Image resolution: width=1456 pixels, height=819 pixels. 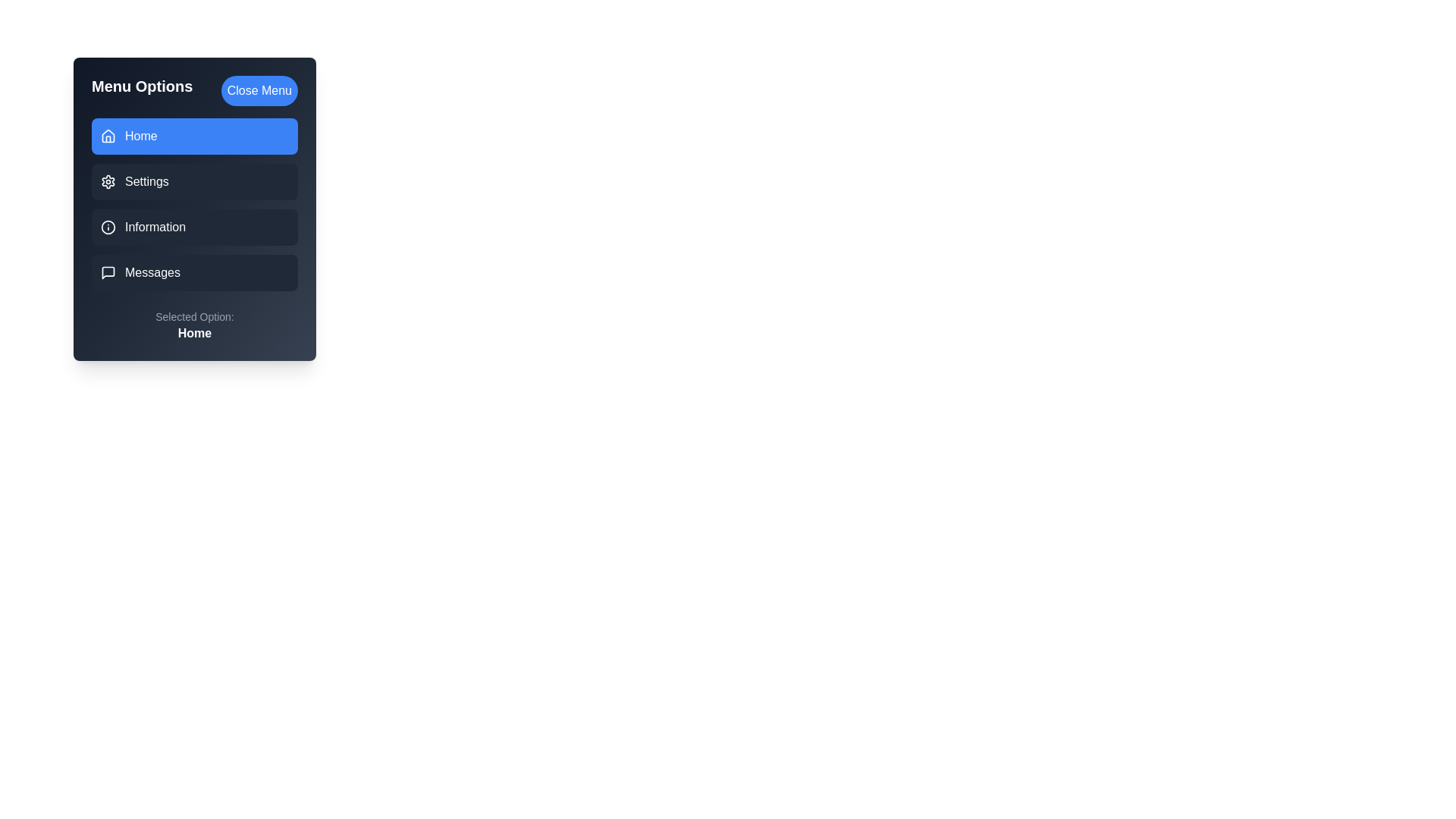 What do you see at coordinates (194, 180) in the screenshot?
I see `the 'Settings' button in the side menu panel` at bounding box center [194, 180].